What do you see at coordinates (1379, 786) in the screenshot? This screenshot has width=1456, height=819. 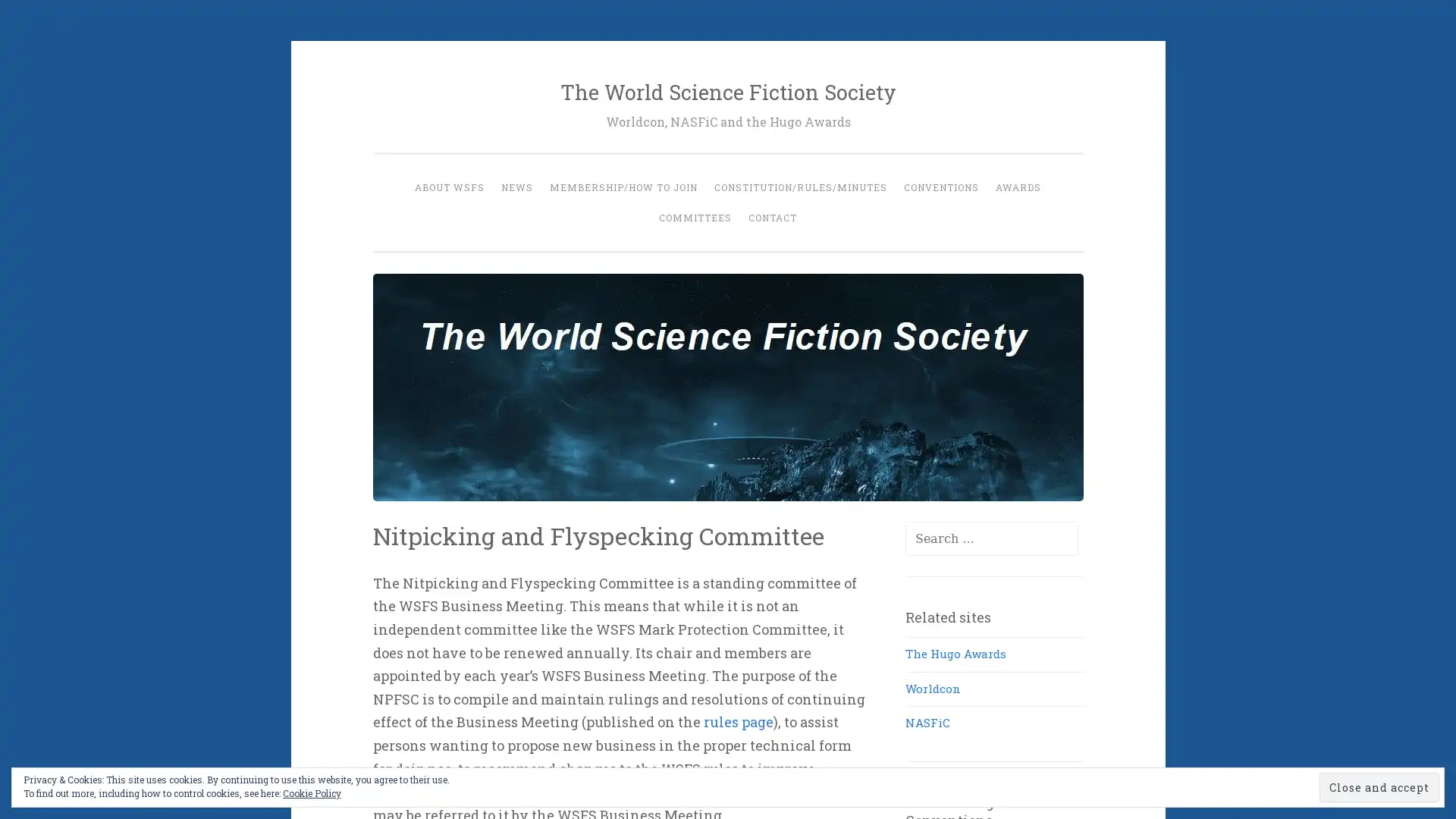 I see `Close and accept` at bounding box center [1379, 786].